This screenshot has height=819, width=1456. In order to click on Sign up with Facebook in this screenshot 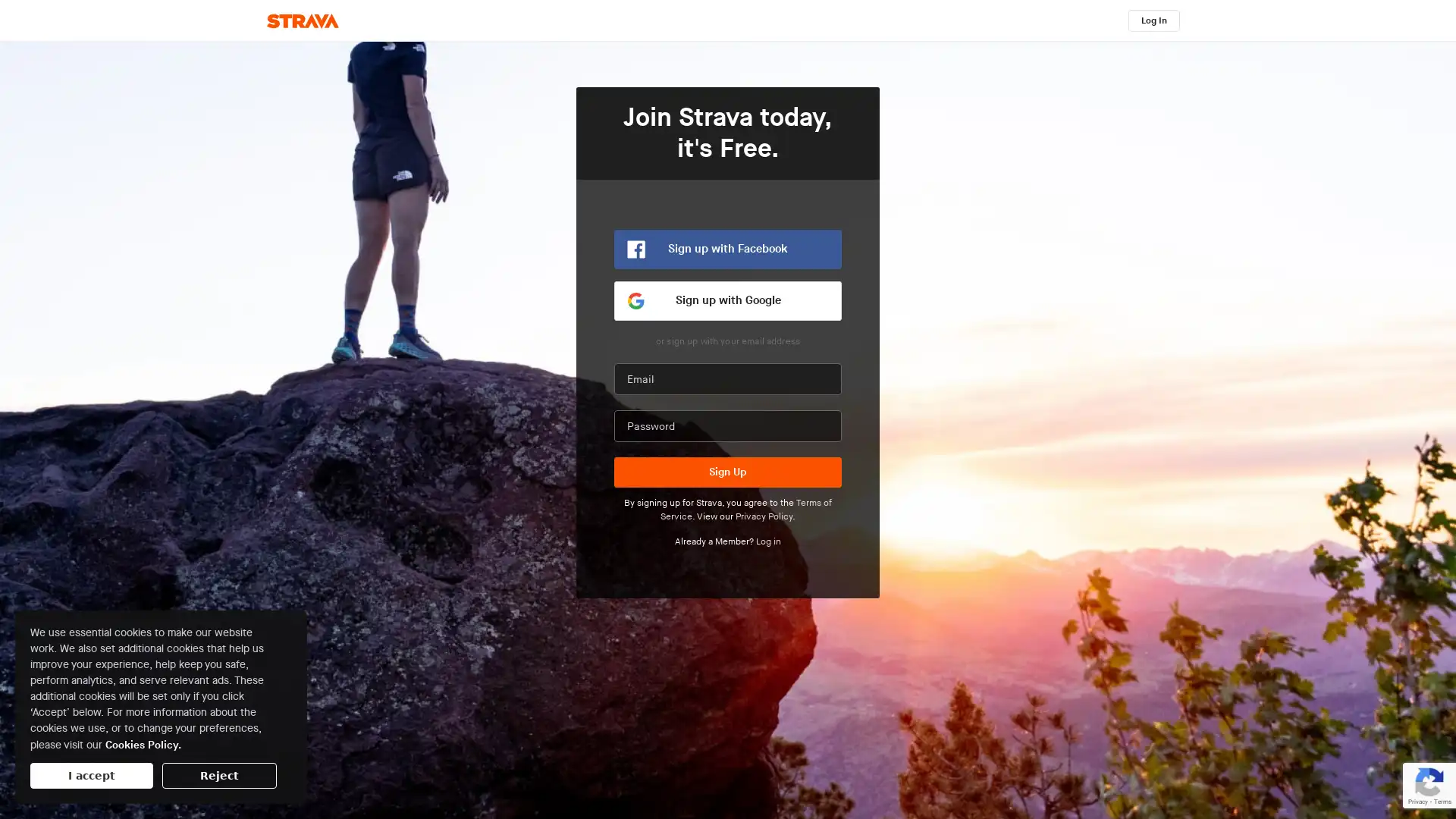, I will do `click(728, 248)`.